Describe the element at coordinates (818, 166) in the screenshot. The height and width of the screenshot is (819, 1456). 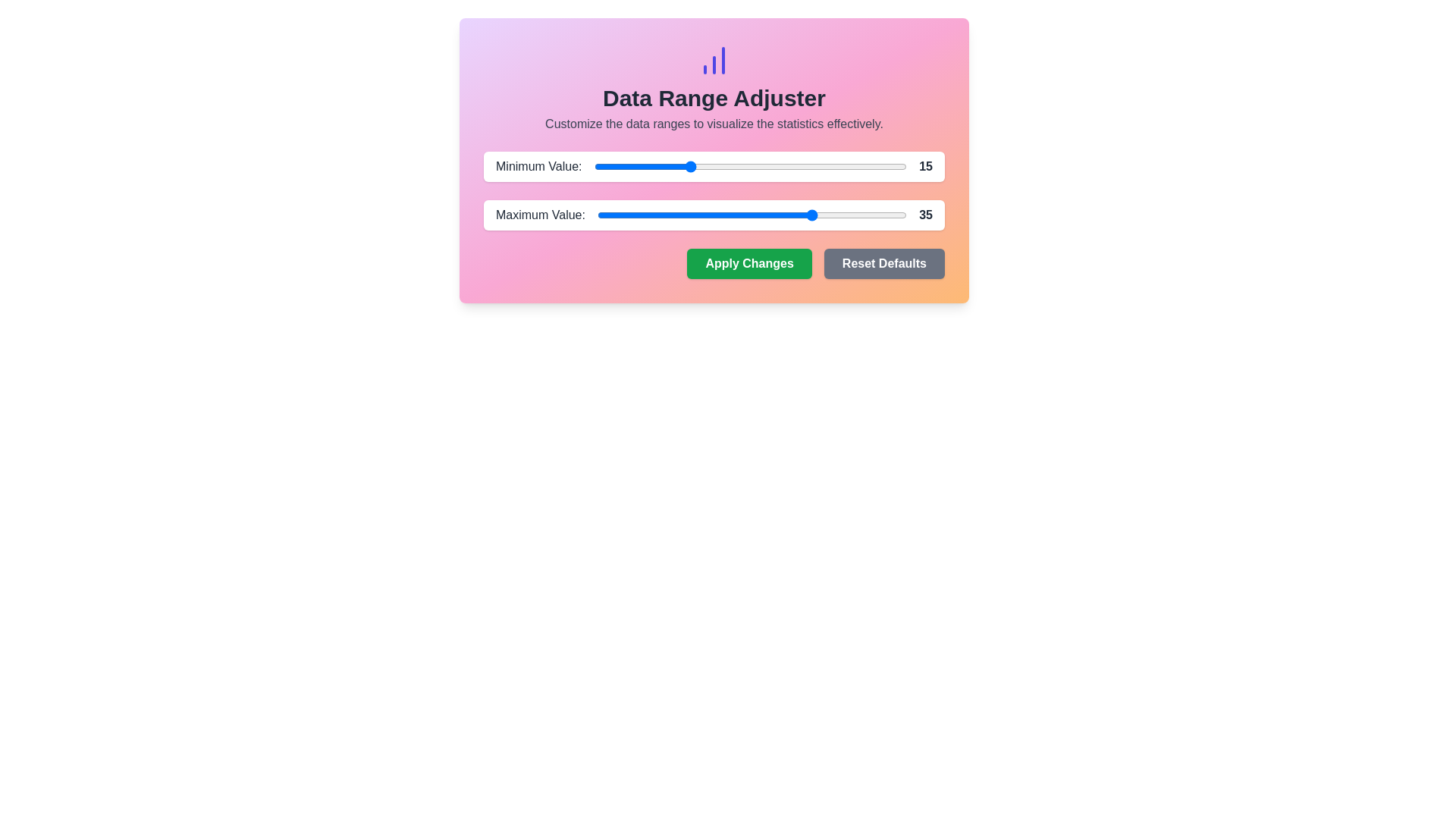
I see `the slider to set the range value to 36` at that location.